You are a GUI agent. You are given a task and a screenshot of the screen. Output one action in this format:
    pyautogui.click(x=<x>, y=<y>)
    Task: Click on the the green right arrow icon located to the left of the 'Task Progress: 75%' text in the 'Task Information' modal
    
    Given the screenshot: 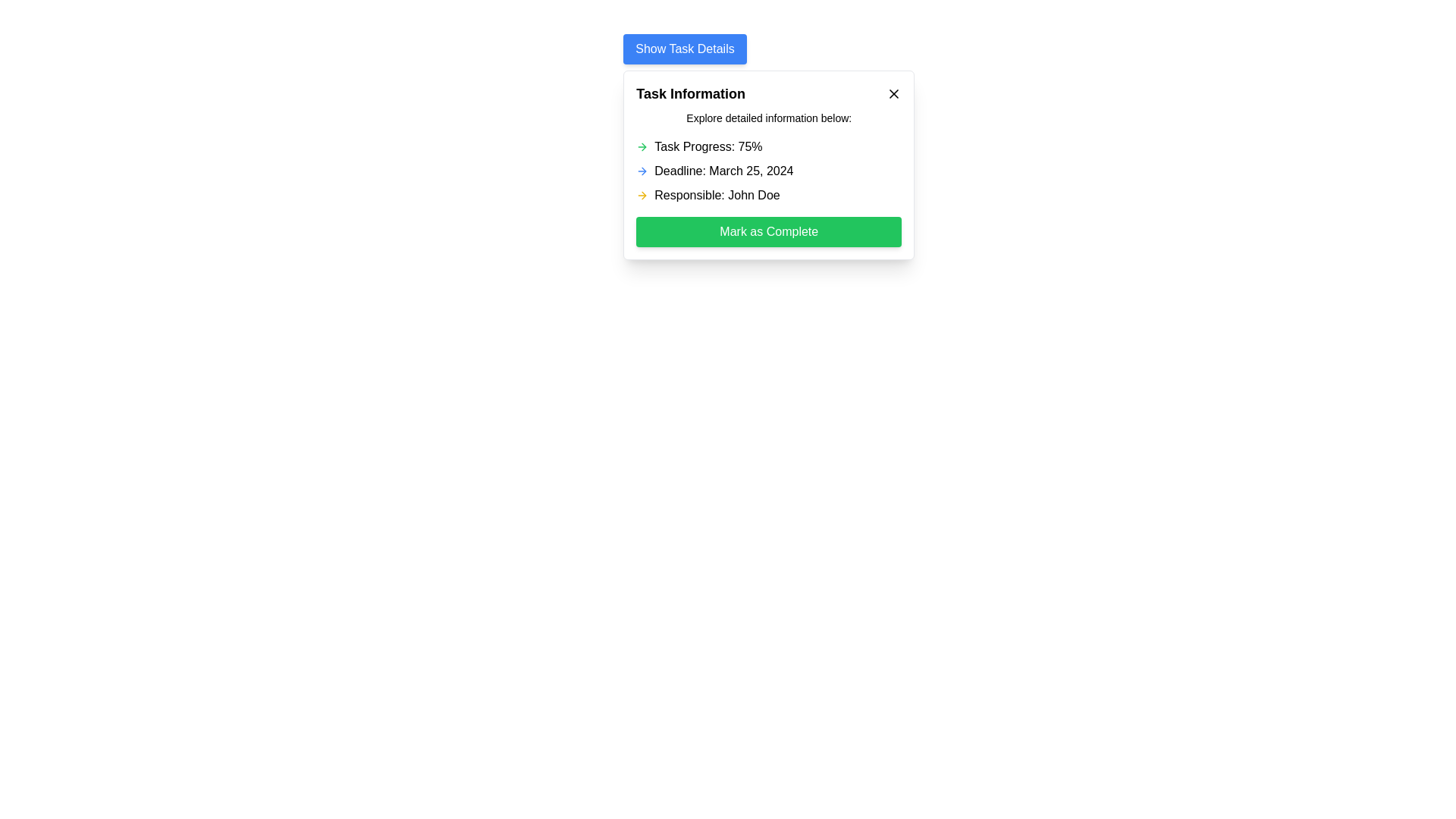 What is the action you would take?
    pyautogui.click(x=642, y=146)
    